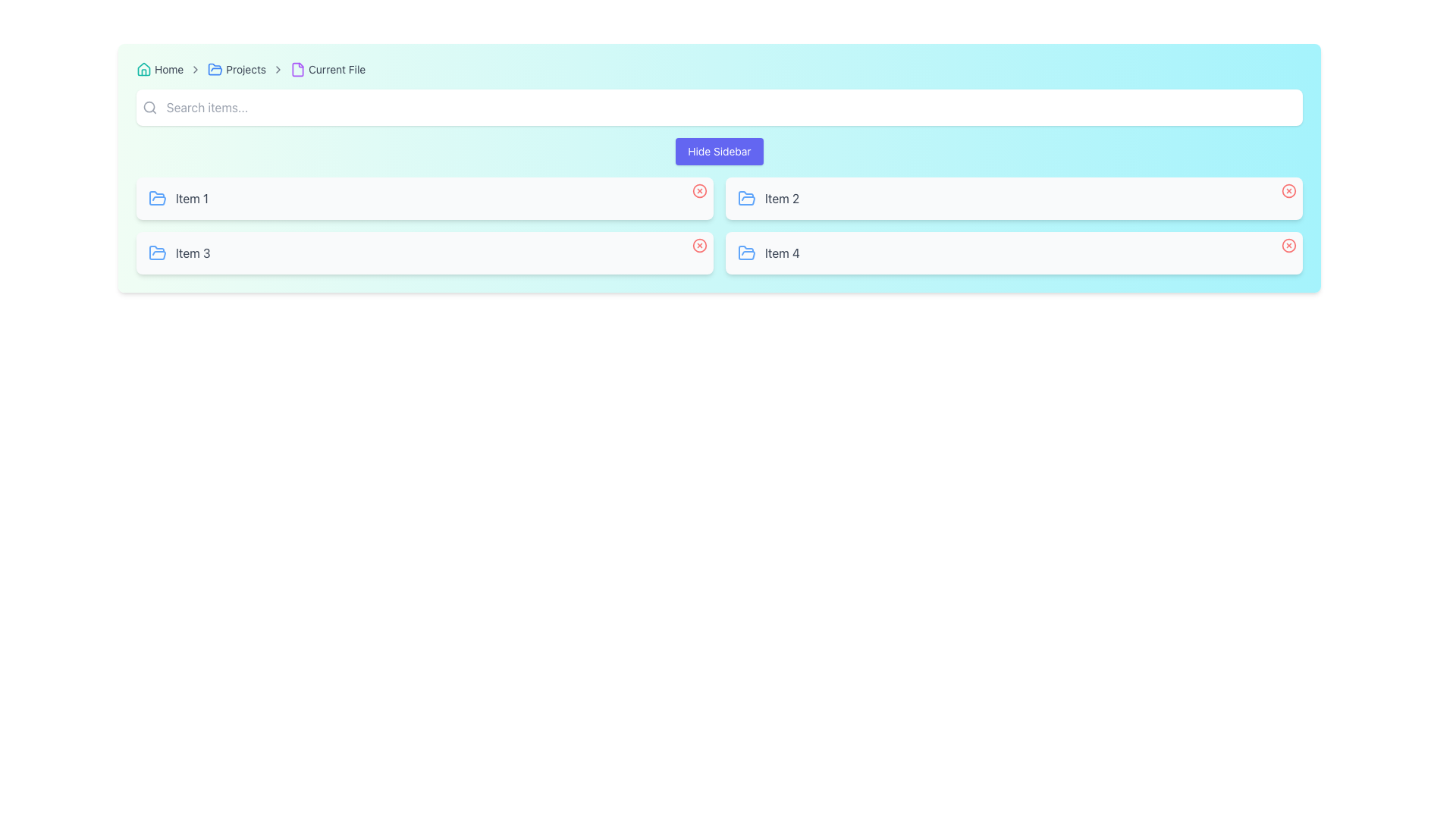 This screenshot has width=1456, height=819. Describe the element at coordinates (746, 197) in the screenshot. I see `the filesystem icon located in the second row adjacent to the text 'Item 2', indicating it represents a folder structure` at that location.